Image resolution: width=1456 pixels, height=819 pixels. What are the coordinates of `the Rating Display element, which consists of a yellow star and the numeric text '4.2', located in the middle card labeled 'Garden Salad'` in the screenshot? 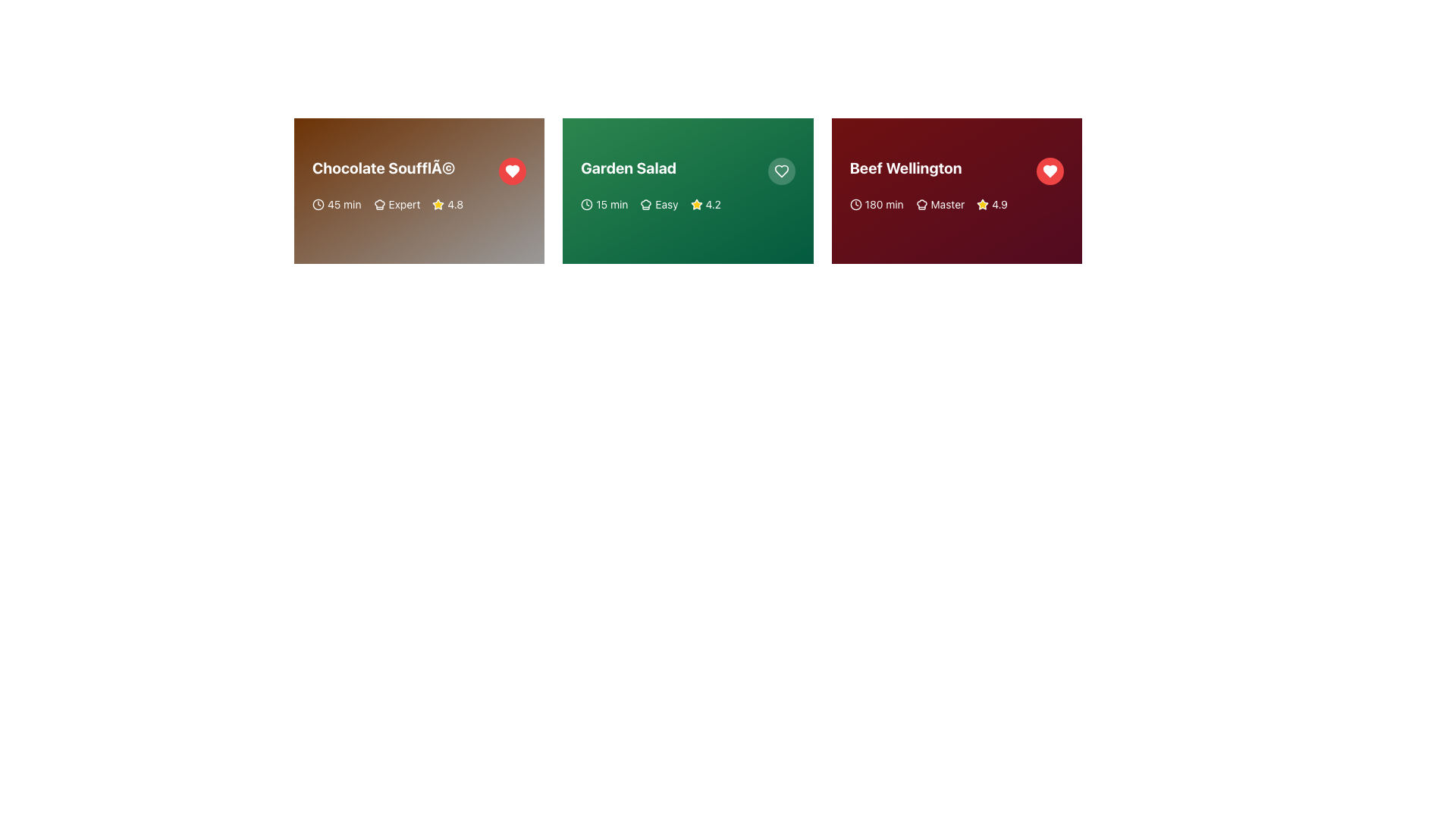 It's located at (704, 205).